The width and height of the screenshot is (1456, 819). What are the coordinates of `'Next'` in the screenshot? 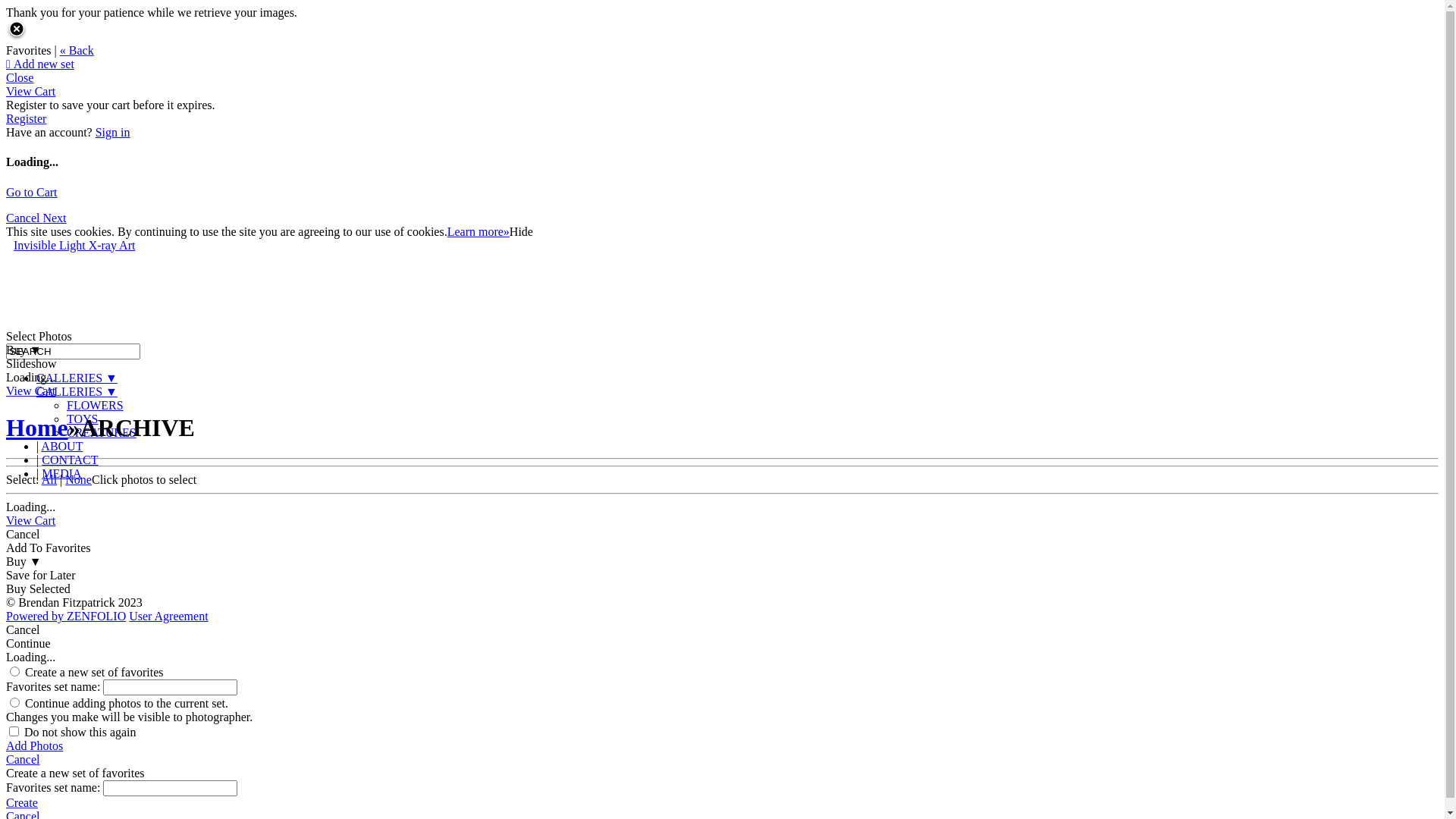 It's located at (42, 218).